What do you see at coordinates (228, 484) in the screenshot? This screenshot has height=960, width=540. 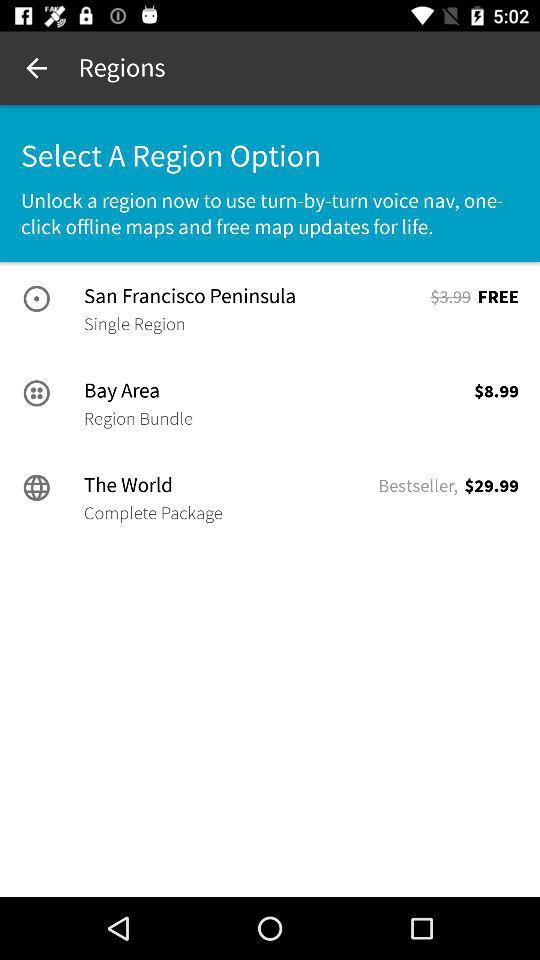 I see `the icon below the region bundle icon` at bounding box center [228, 484].